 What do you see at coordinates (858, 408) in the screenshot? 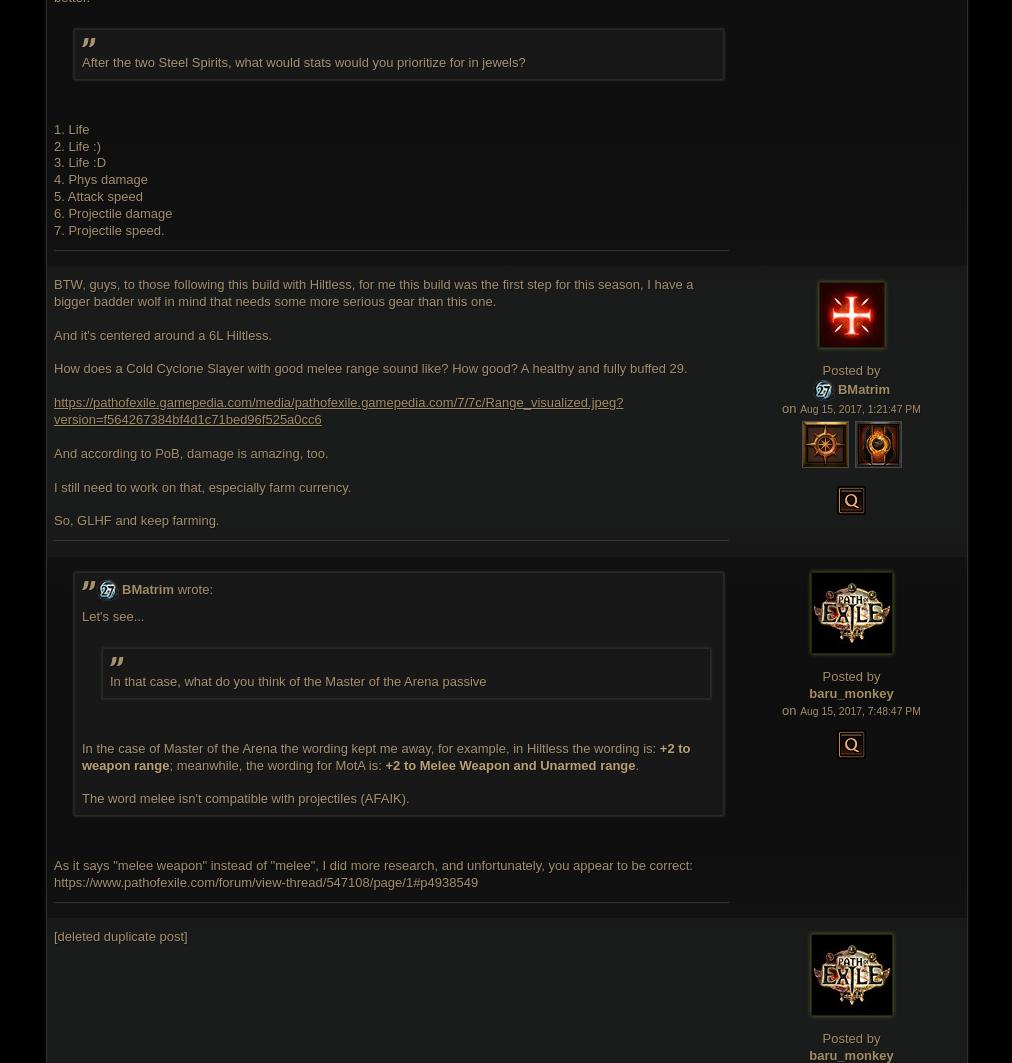
I see `'Aug 15, 2017, 1:21:47 PM'` at bounding box center [858, 408].